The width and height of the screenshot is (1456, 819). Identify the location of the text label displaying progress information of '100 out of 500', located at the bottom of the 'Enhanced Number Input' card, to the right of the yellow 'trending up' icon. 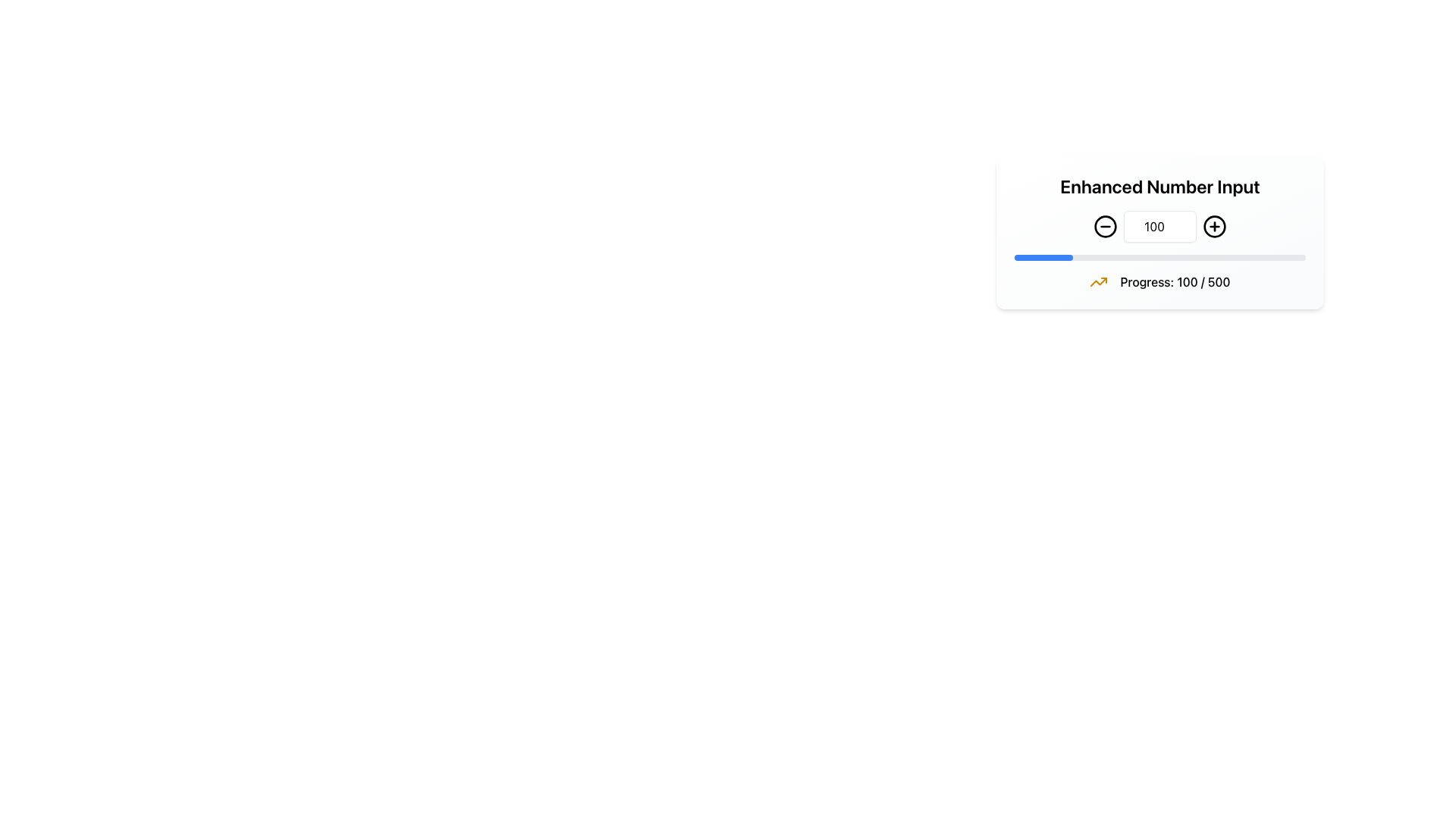
(1175, 281).